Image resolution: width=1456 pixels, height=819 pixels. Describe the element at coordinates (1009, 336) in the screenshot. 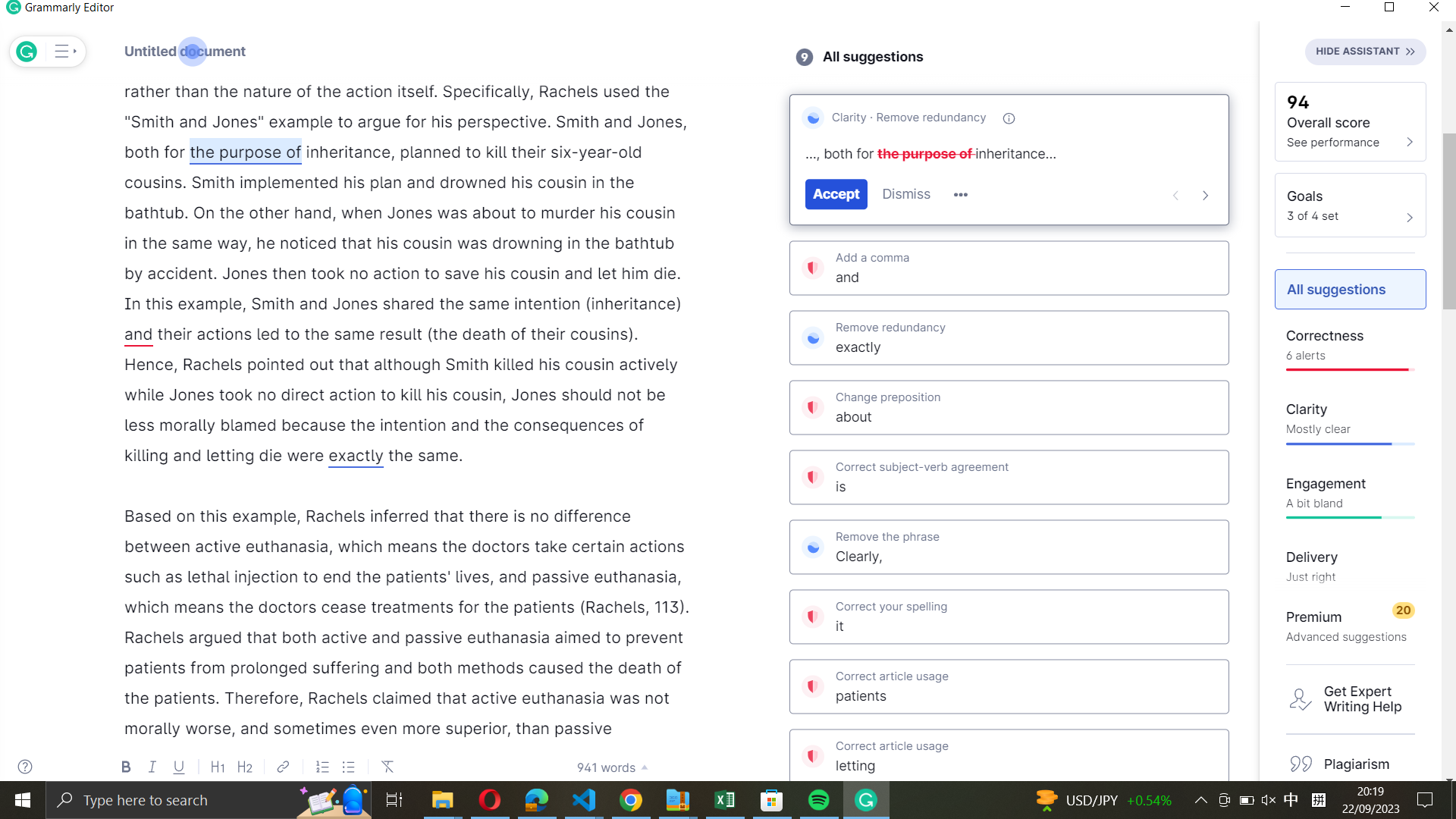

I see `Accept Grammarly"s suggestion exactly as it is` at that location.